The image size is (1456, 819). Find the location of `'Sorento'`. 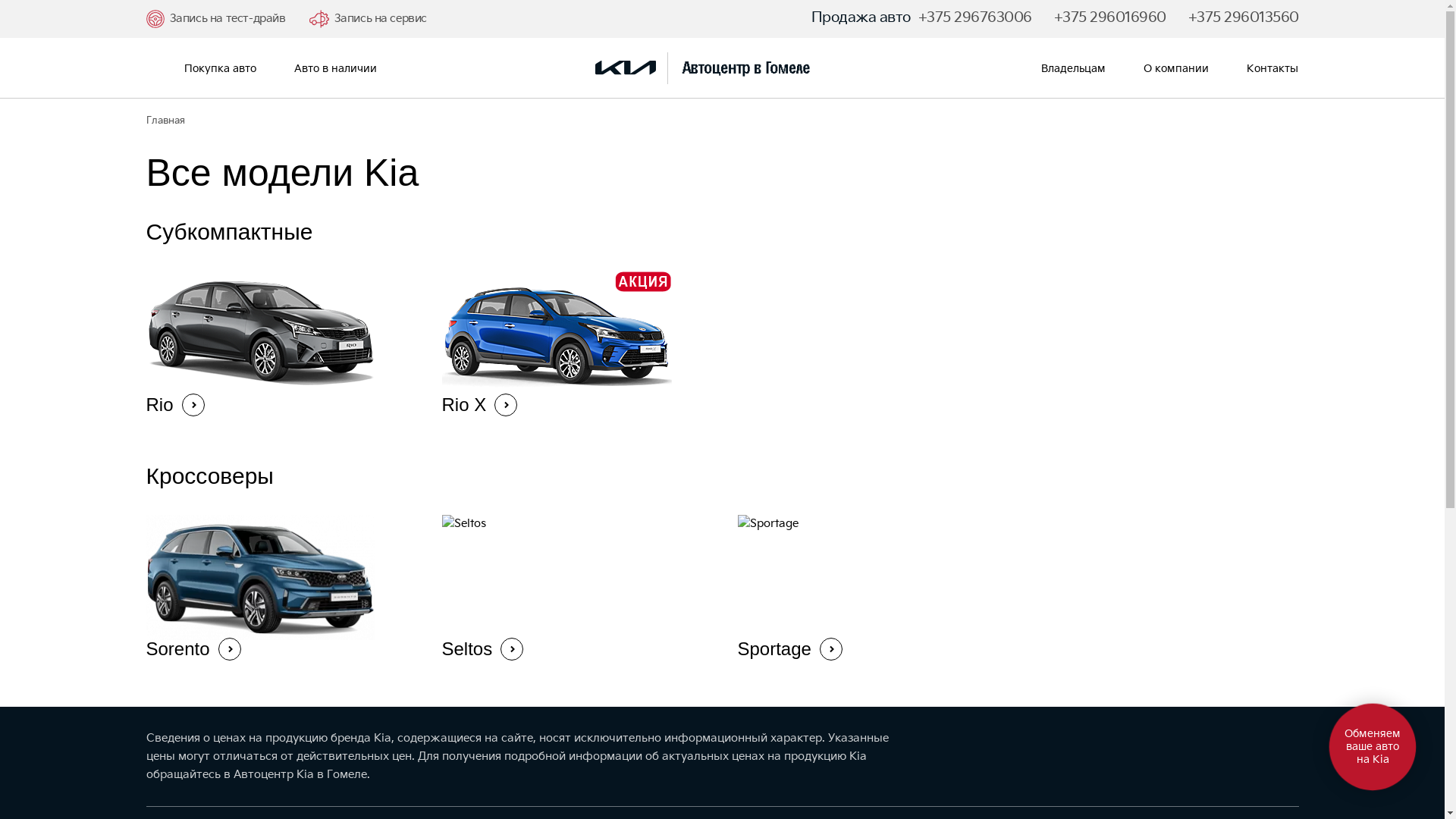

'Sorento' is located at coordinates (278, 588).